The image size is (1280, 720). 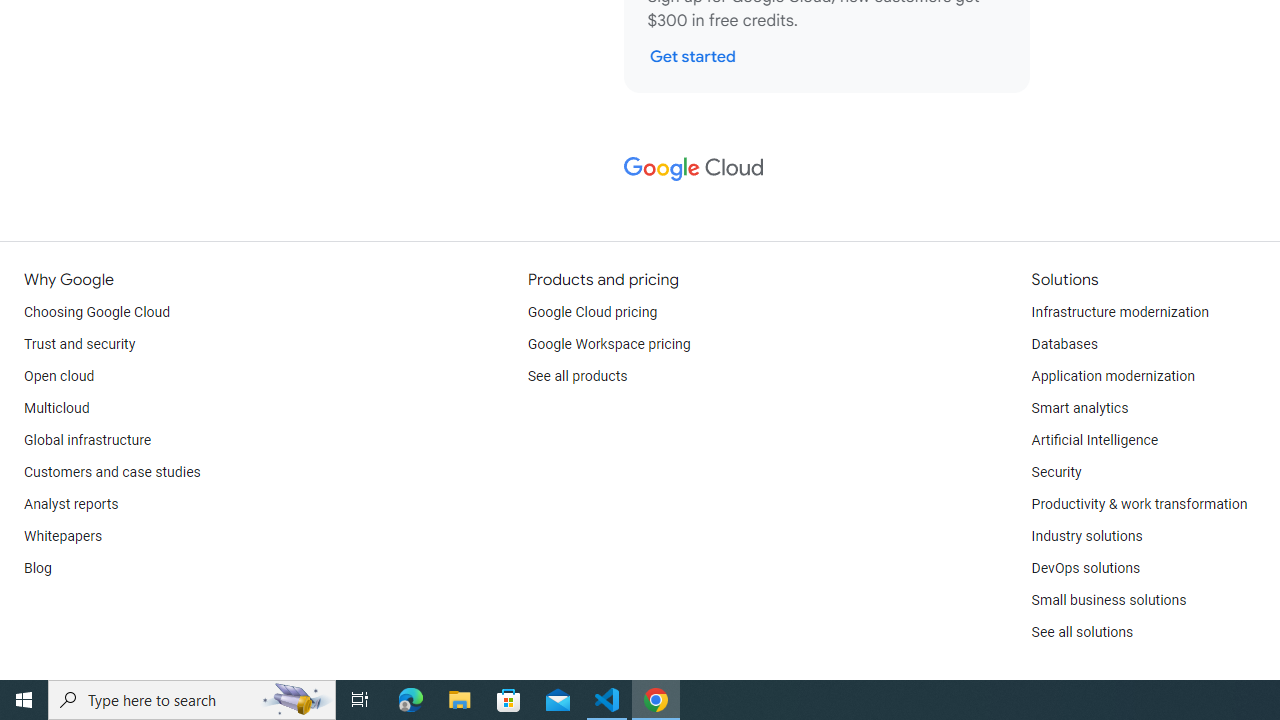 What do you see at coordinates (1139, 504) in the screenshot?
I see `'Productivity & work transformation'` at bounding box center [1139, 504].